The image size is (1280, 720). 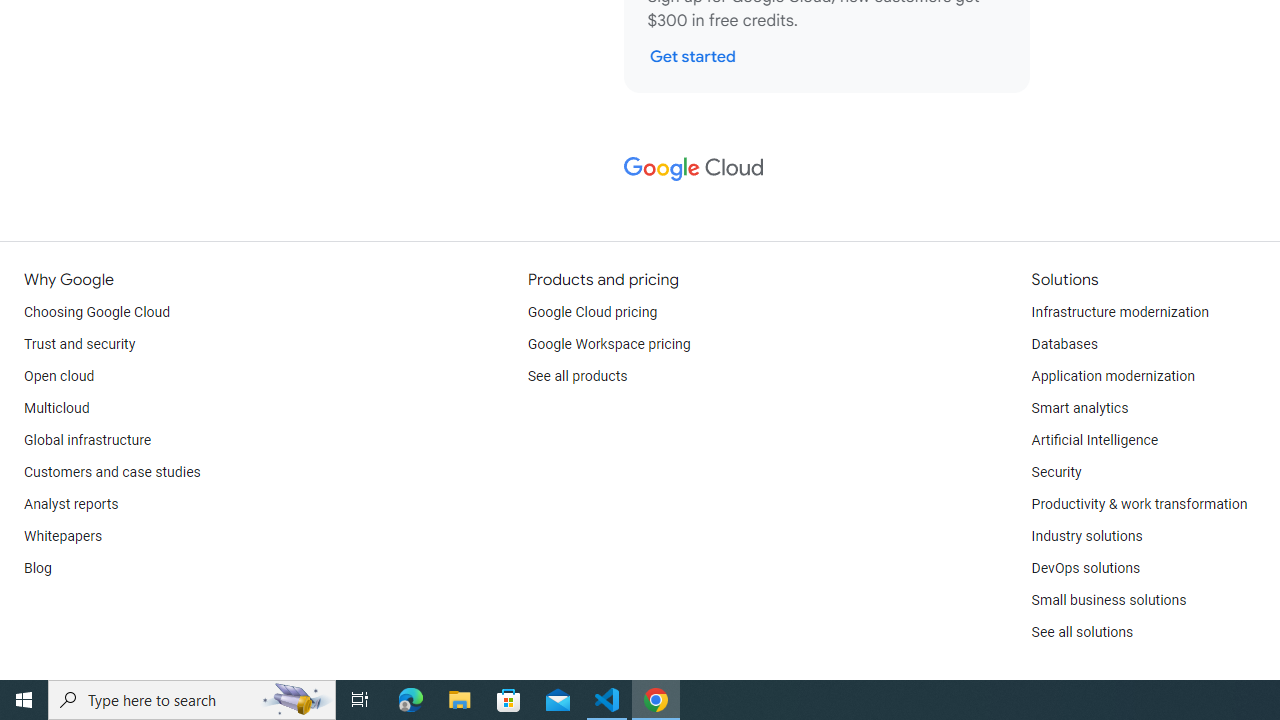 What do you see at coordinates (1139, 504) in the screenshot?
I see `'Productivity & work transformation'` at bounding box center [1139, 504].